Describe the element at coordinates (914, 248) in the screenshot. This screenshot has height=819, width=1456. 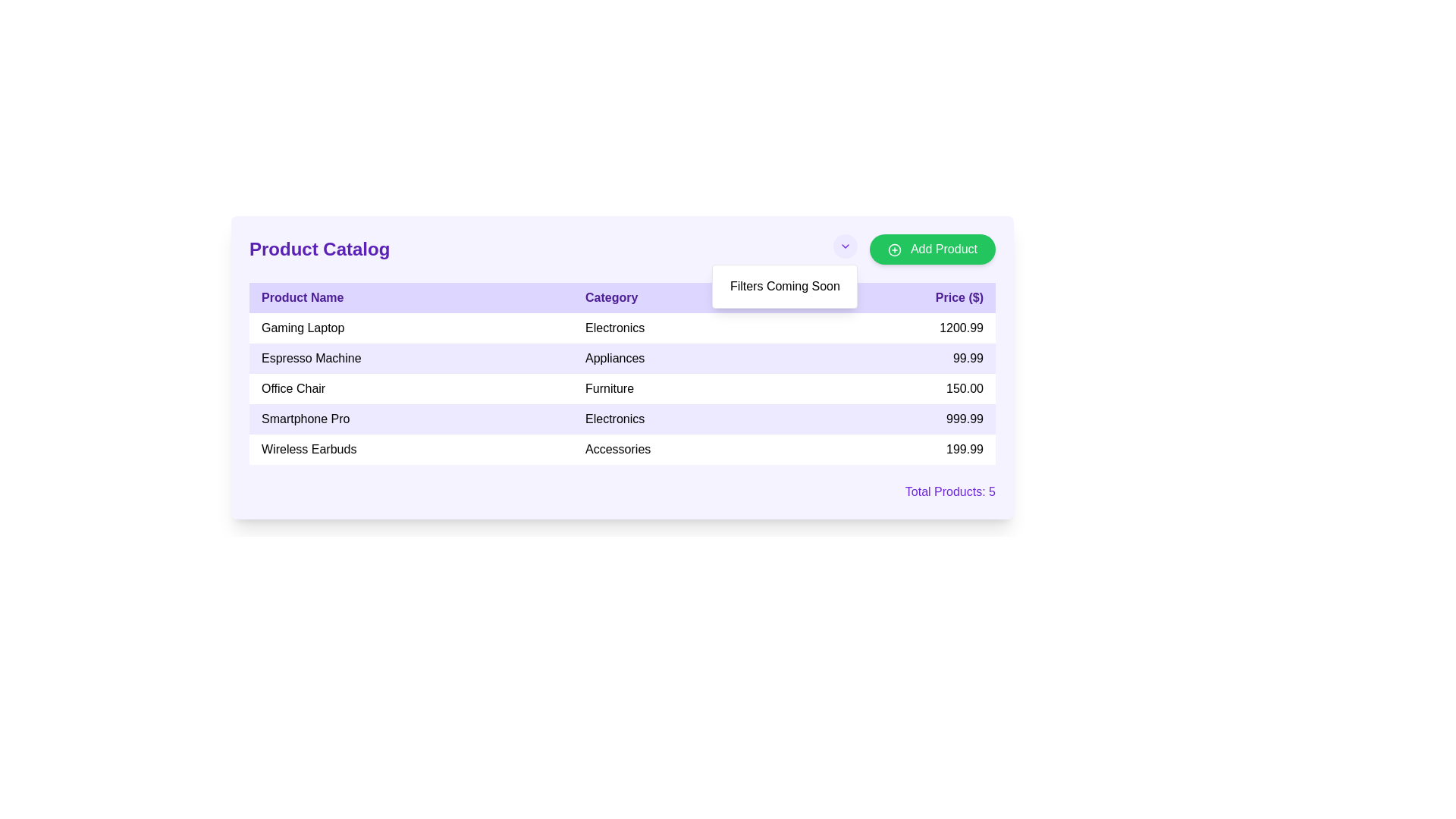
I see `the button on the right side of the top bar labeled 'Product Catalog'` at that location.